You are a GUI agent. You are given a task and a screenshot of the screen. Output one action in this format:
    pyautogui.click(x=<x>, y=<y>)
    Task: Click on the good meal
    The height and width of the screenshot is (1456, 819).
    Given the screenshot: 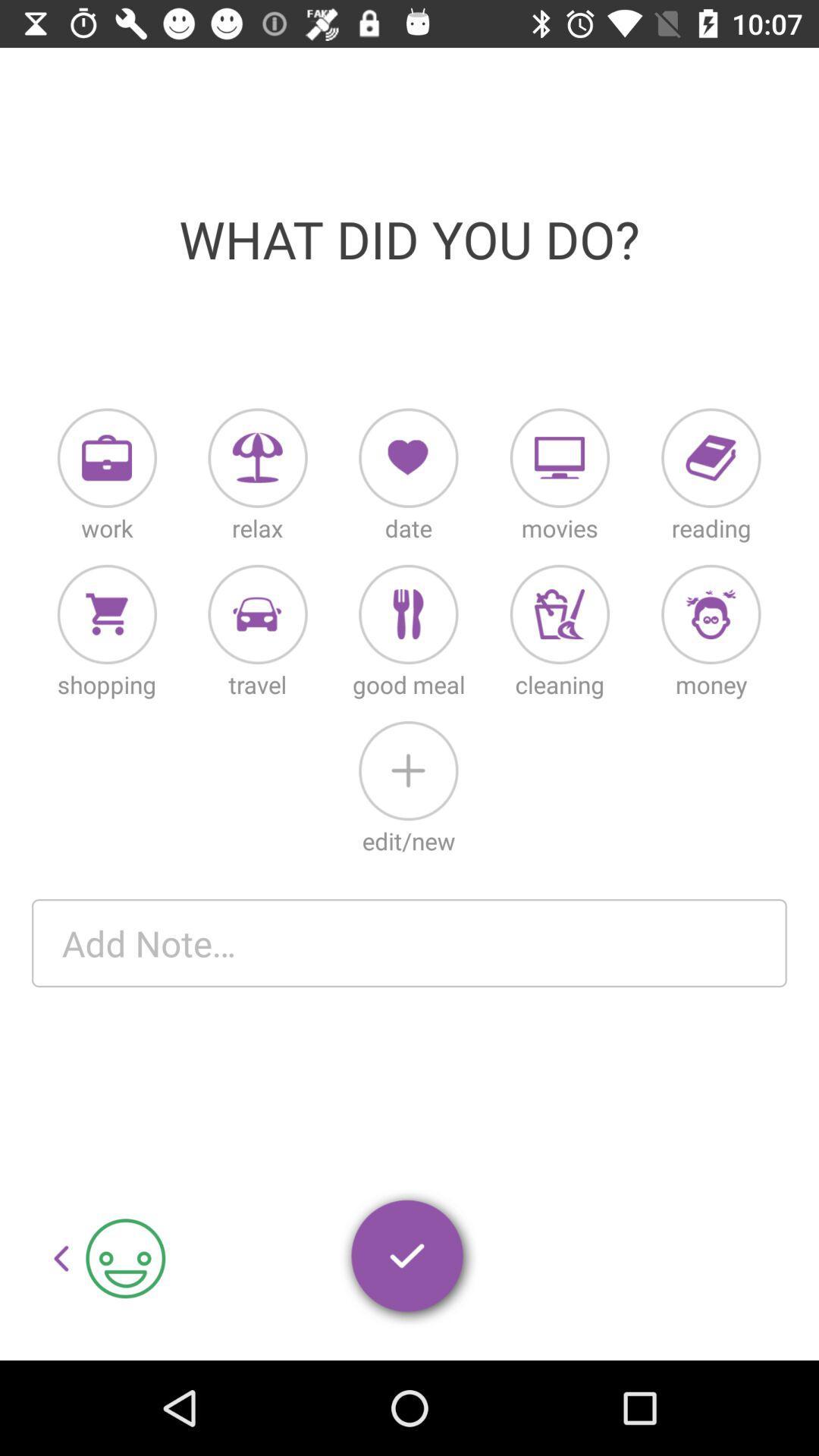 What is the action you would take?
    pyautogui.click(x=407, y=614)
    